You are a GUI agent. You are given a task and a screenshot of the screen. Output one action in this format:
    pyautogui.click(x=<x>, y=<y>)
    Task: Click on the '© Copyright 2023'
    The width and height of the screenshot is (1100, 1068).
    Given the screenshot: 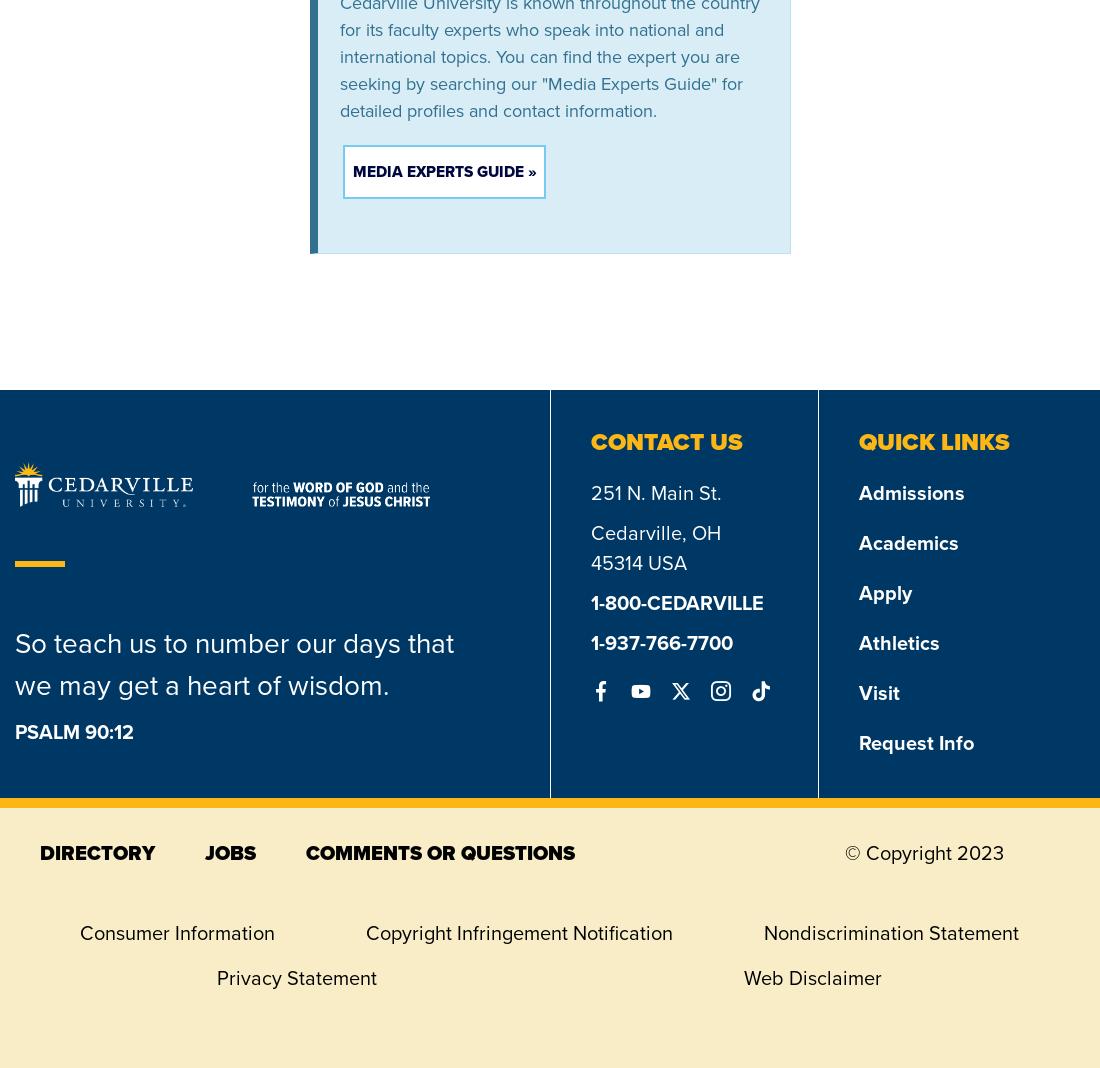 What is the action you would take?
    pyautogui.click(x=924, y=852)
    